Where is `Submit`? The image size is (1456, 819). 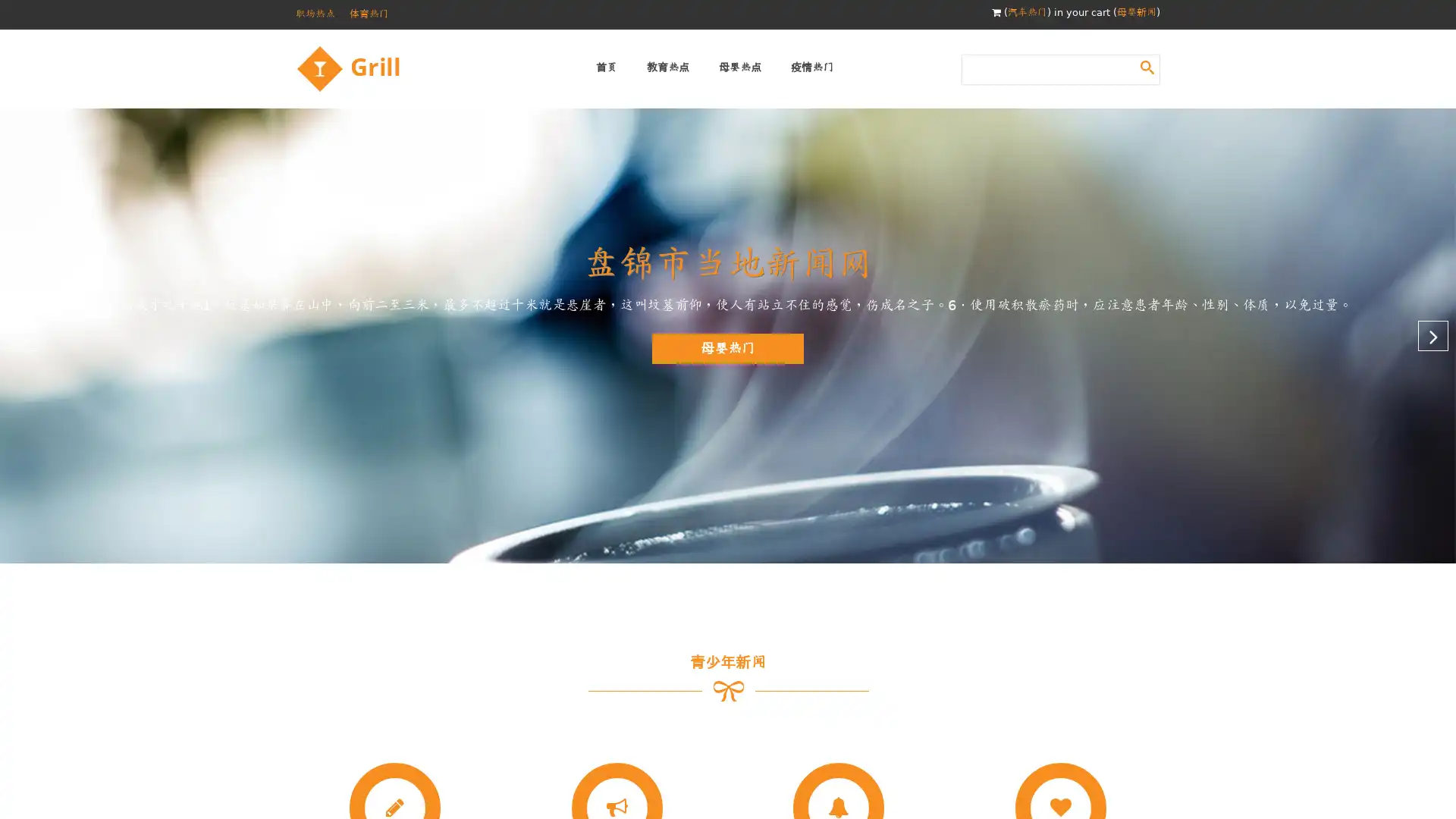 Submit is located at coordinates (1147, 66).